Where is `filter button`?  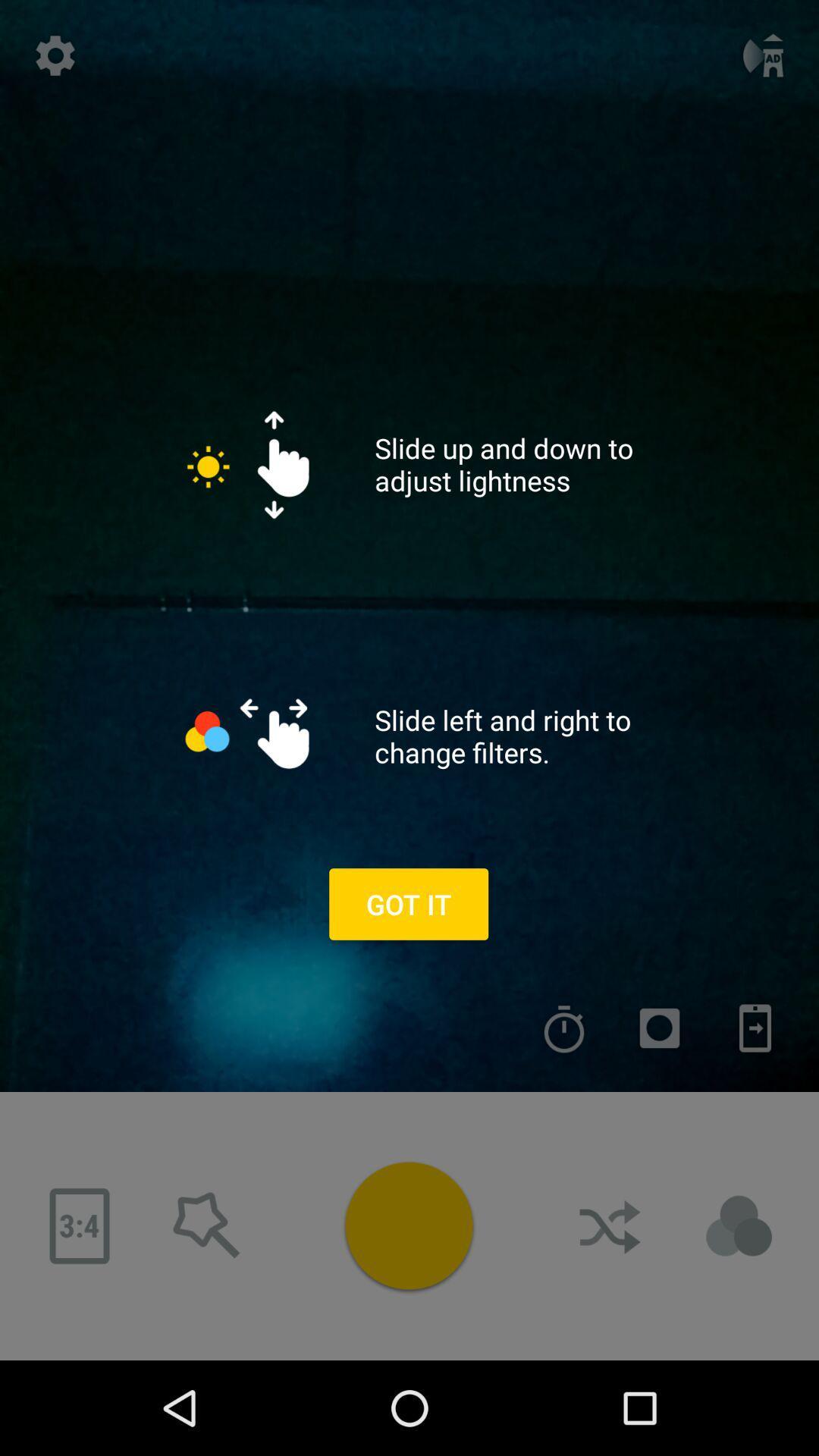
filter button is located at coordinates (739, 1226).